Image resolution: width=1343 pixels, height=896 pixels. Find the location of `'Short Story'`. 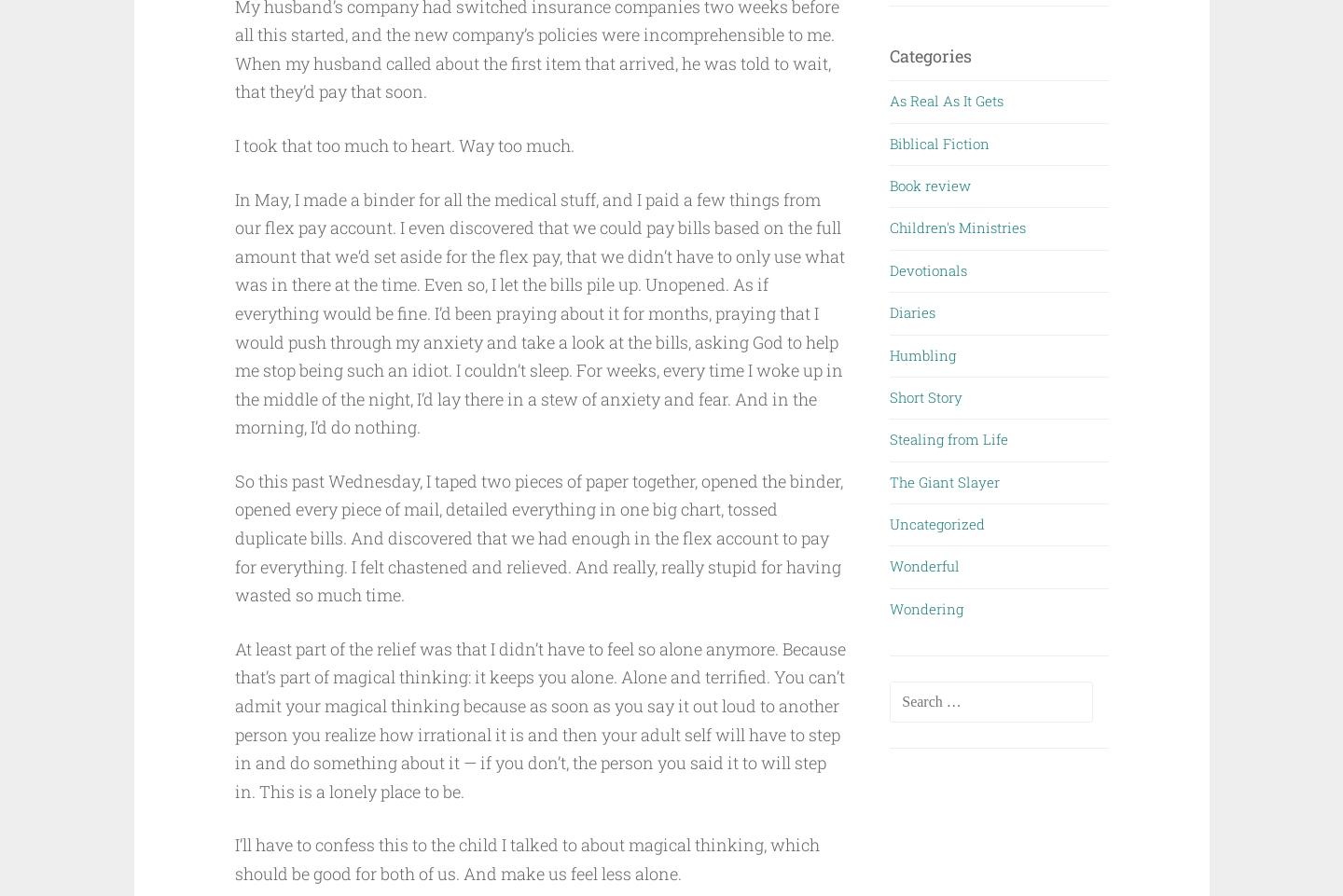

'Short Story' is located at coordinates (890, 395).